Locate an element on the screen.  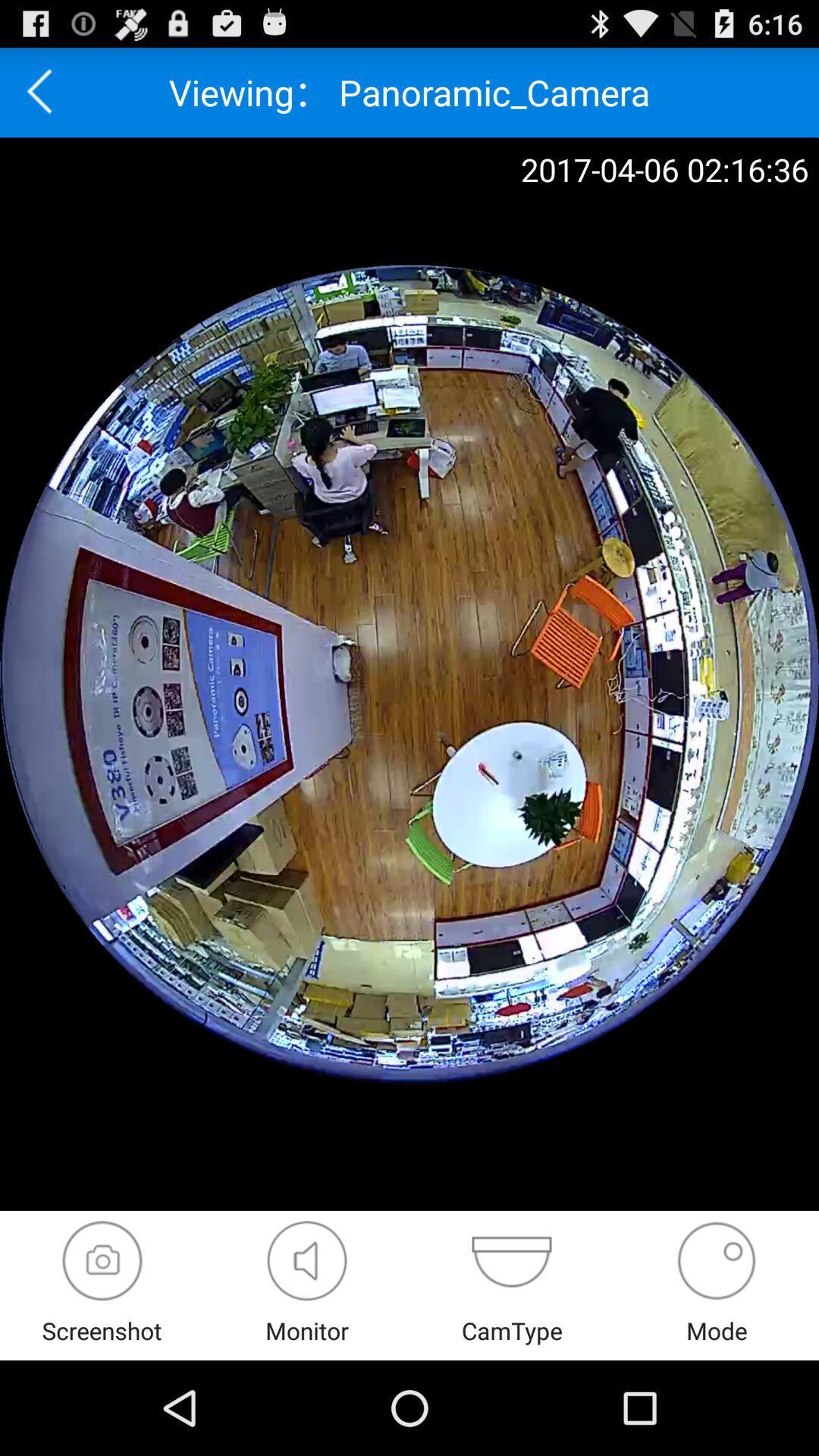
change the camtype is located at coordinates (512, 1260).